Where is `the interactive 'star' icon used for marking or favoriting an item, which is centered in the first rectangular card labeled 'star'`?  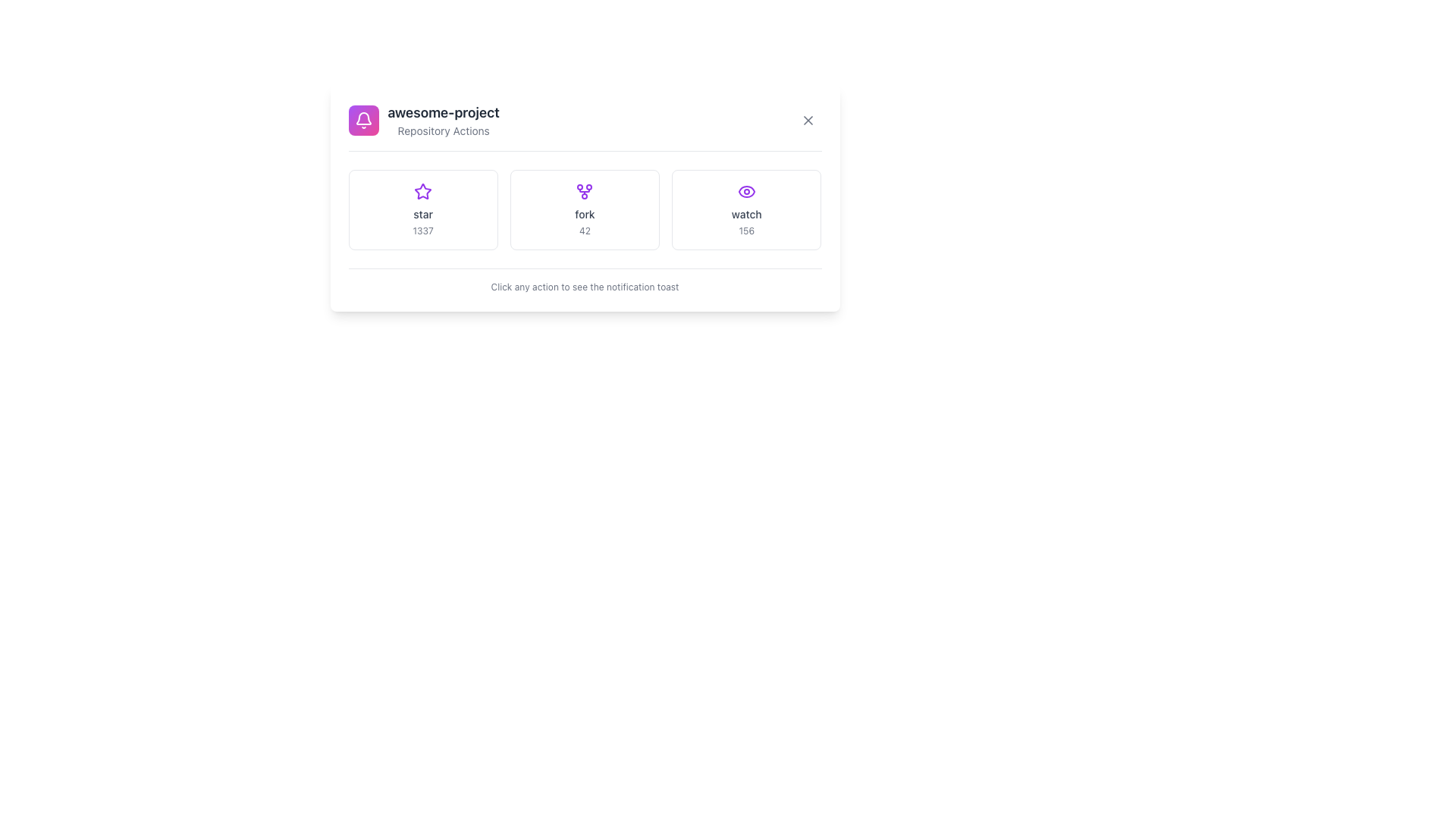
the interactive 'star' icon used for marking or favoriting an item, which is centered in the first rectangular card labeled 'star' is located at coordinates (423, 190).